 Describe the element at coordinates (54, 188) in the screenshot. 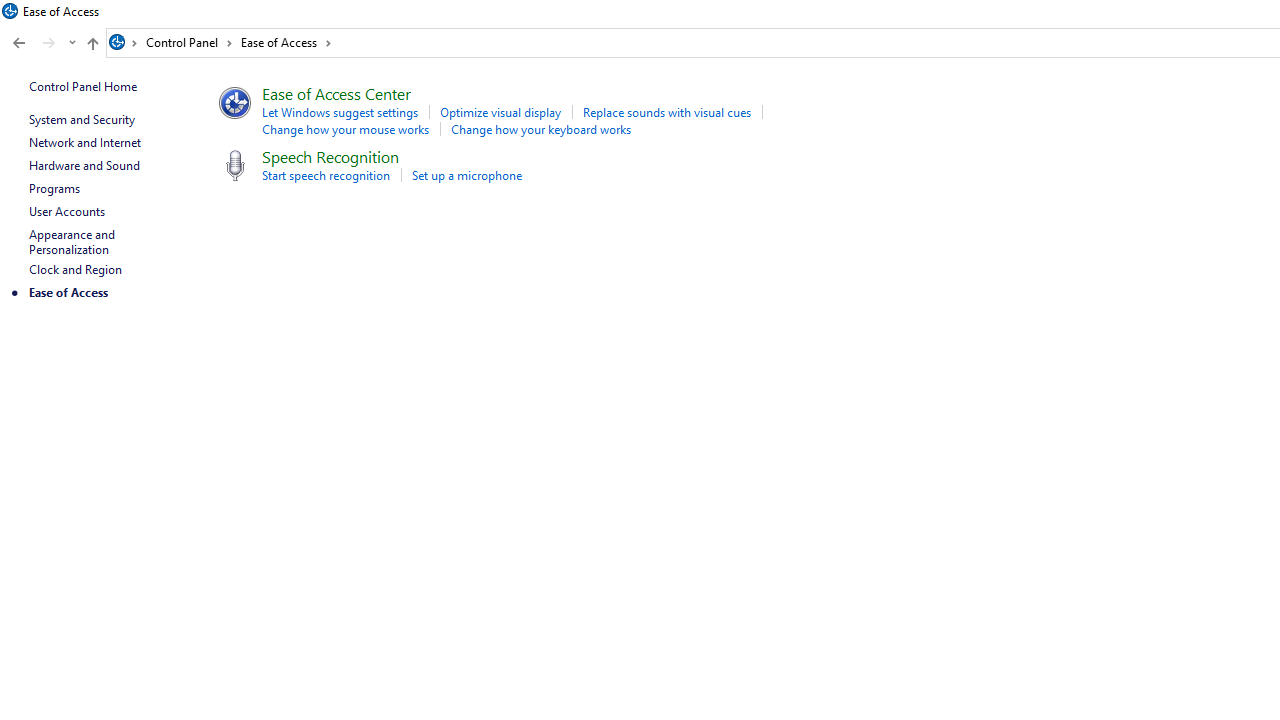

I see `'Programs'` at that location.